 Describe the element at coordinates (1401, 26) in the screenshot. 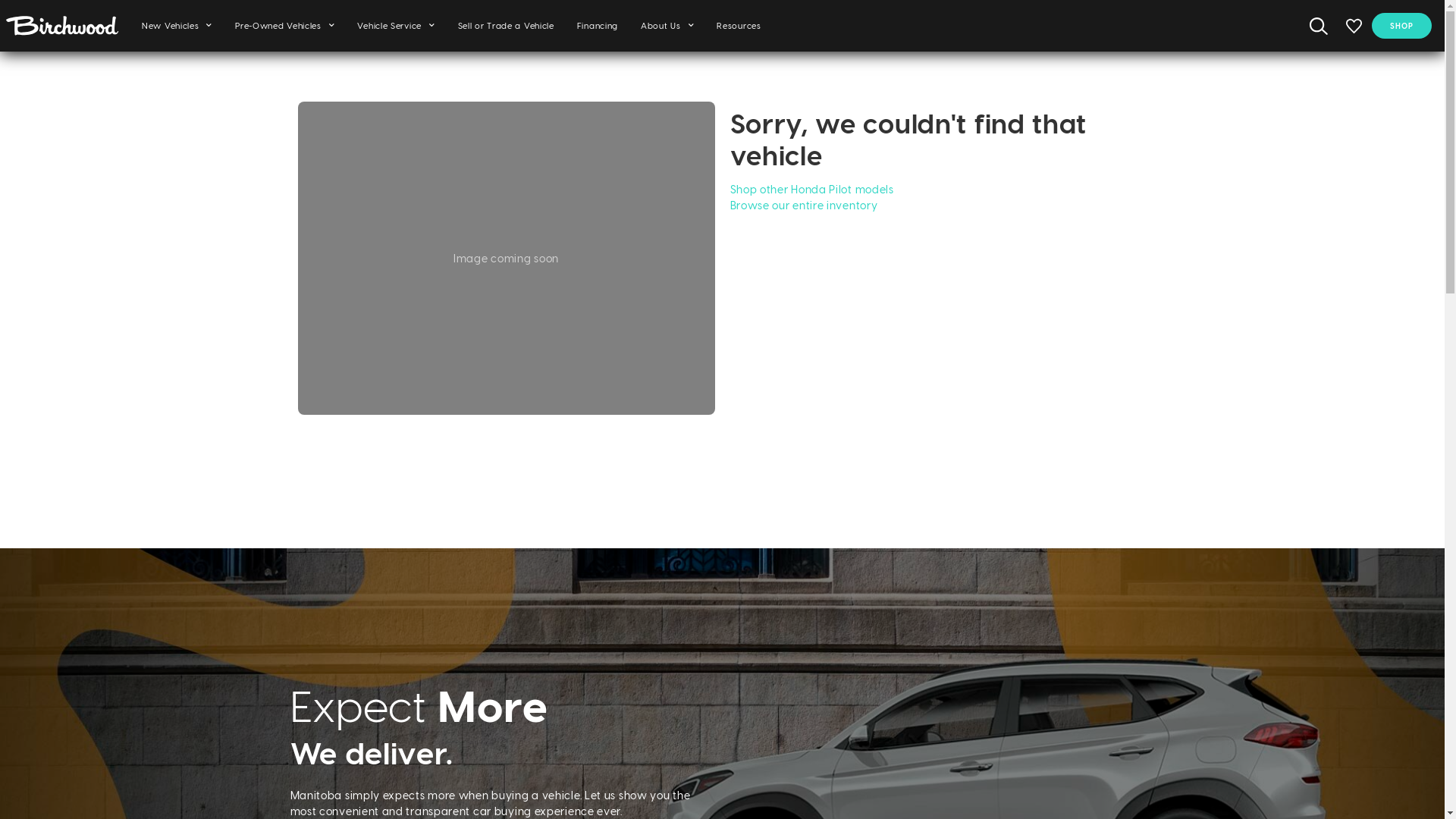

I see `'SHOP'` at that location.